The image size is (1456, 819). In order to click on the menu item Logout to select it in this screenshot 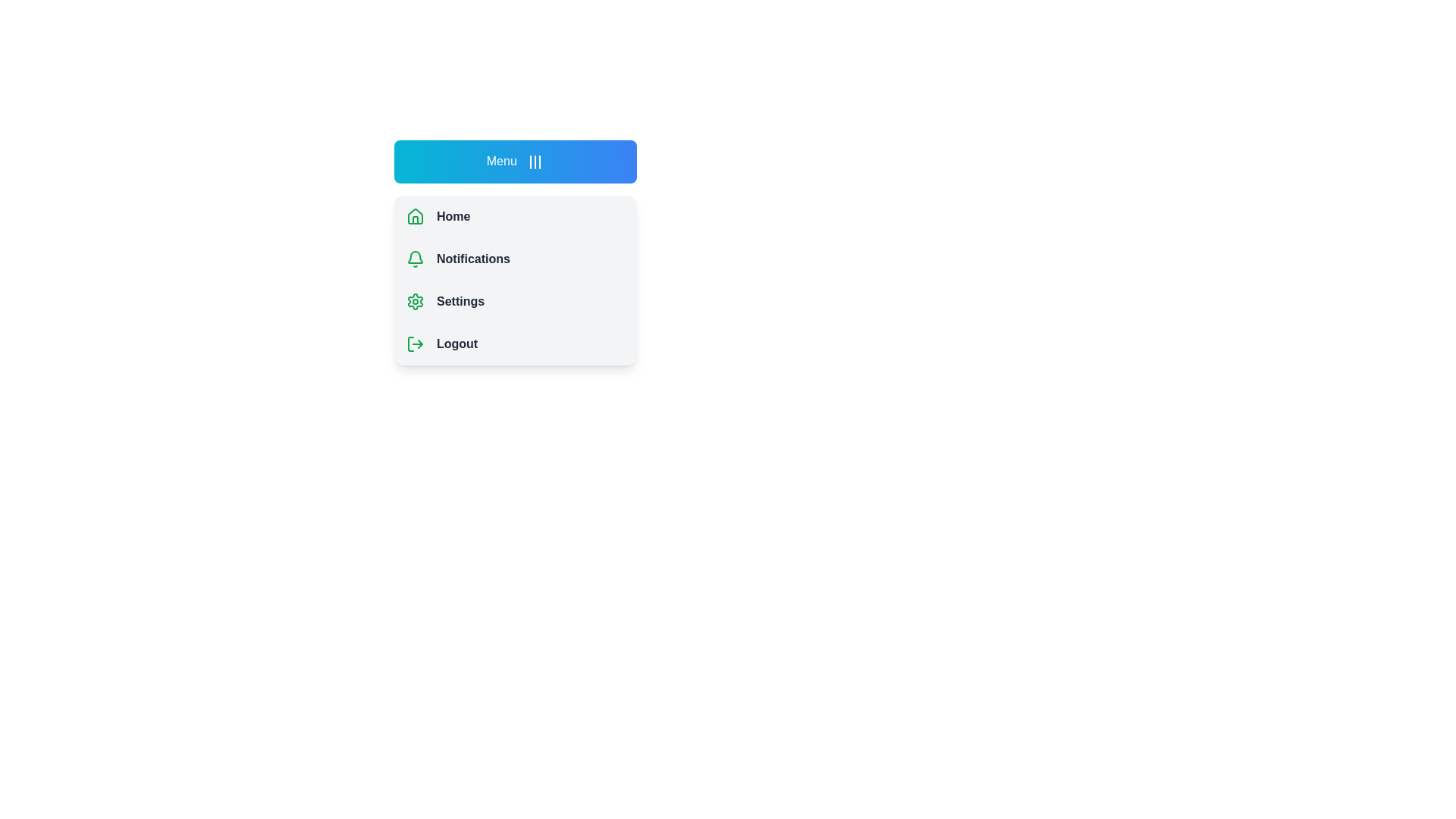, I will do `click(516, 344)`.